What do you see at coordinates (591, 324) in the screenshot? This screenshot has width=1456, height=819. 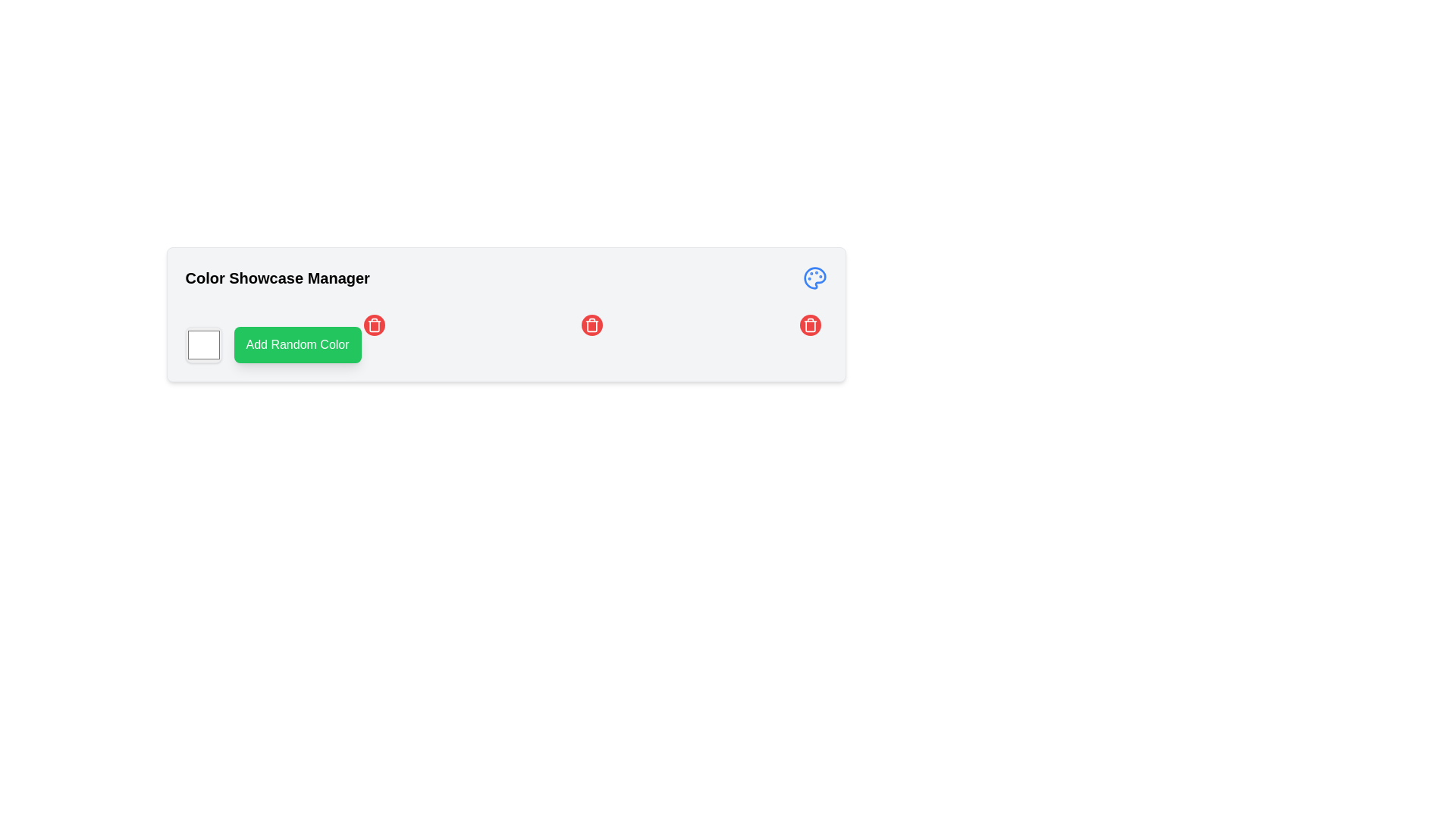 I see `the small circular red button with a white trash can icon in the top-right corner` at bounding box center [591, 324].